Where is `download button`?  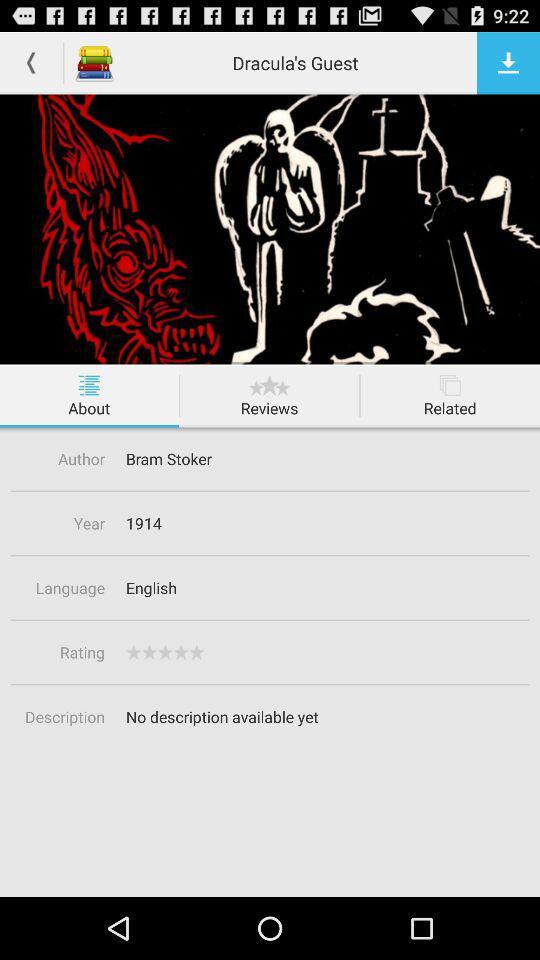
download button is located at coordinates (508, 62).